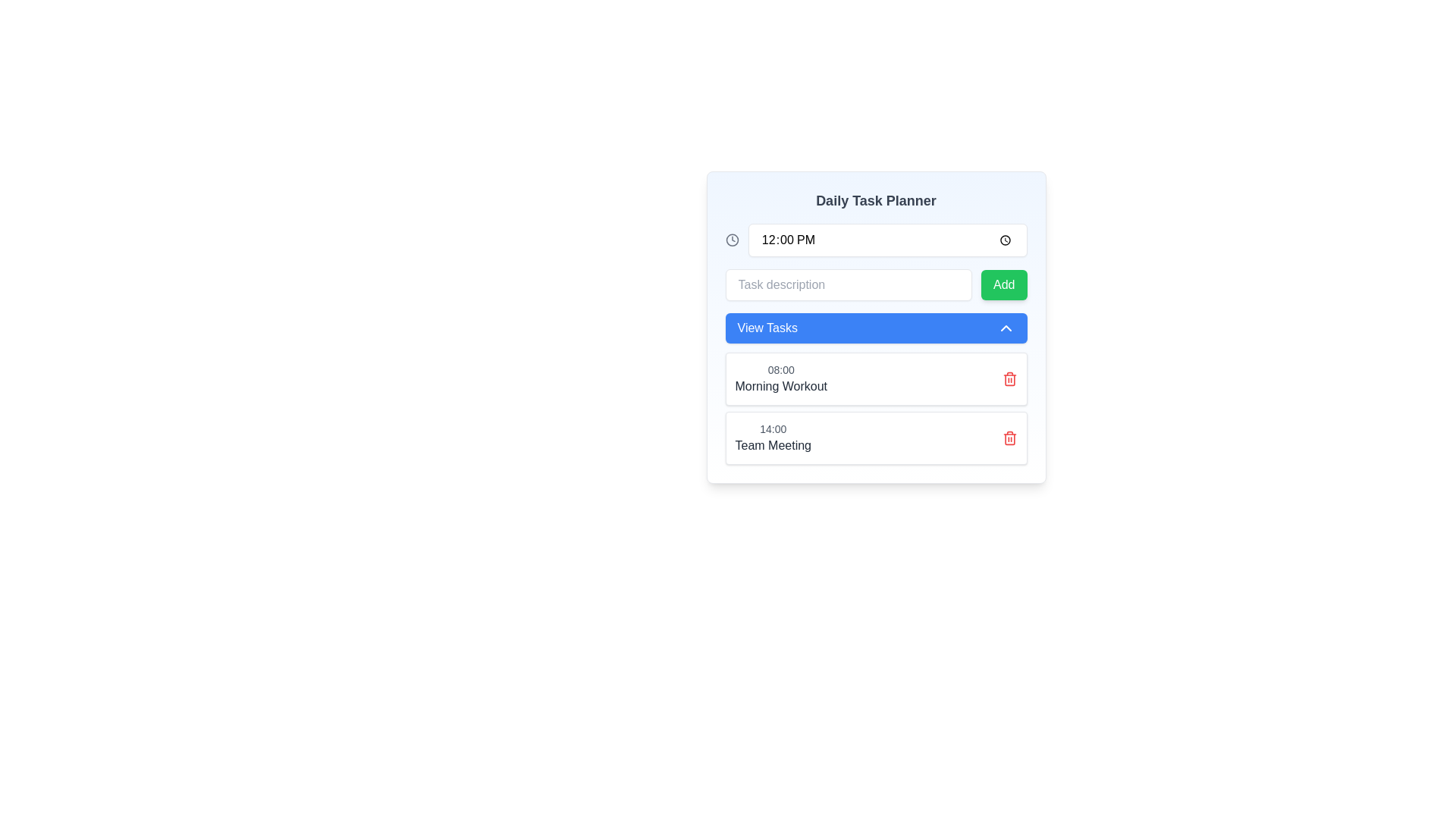  I want to click on the text label indicating the name or title of a scheduled task within the task management application, located centrally below the 'Daily Task Planner' title and above the 'Team Meeting' task, so click(781, 385).